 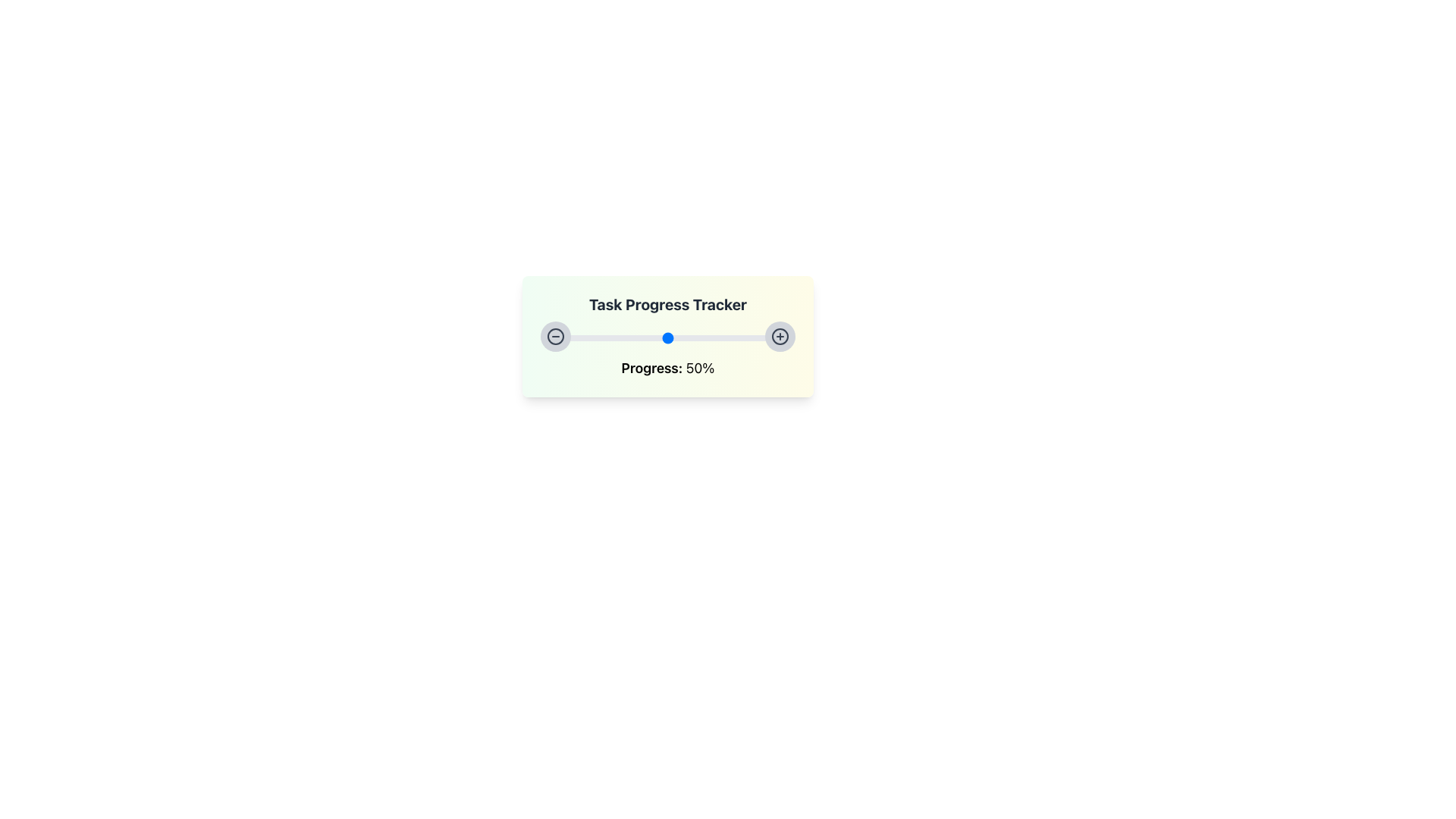 What do you see at coordinates (655, 335) in the screenshot?
I see `progress value` at bounding box center [655, 335].